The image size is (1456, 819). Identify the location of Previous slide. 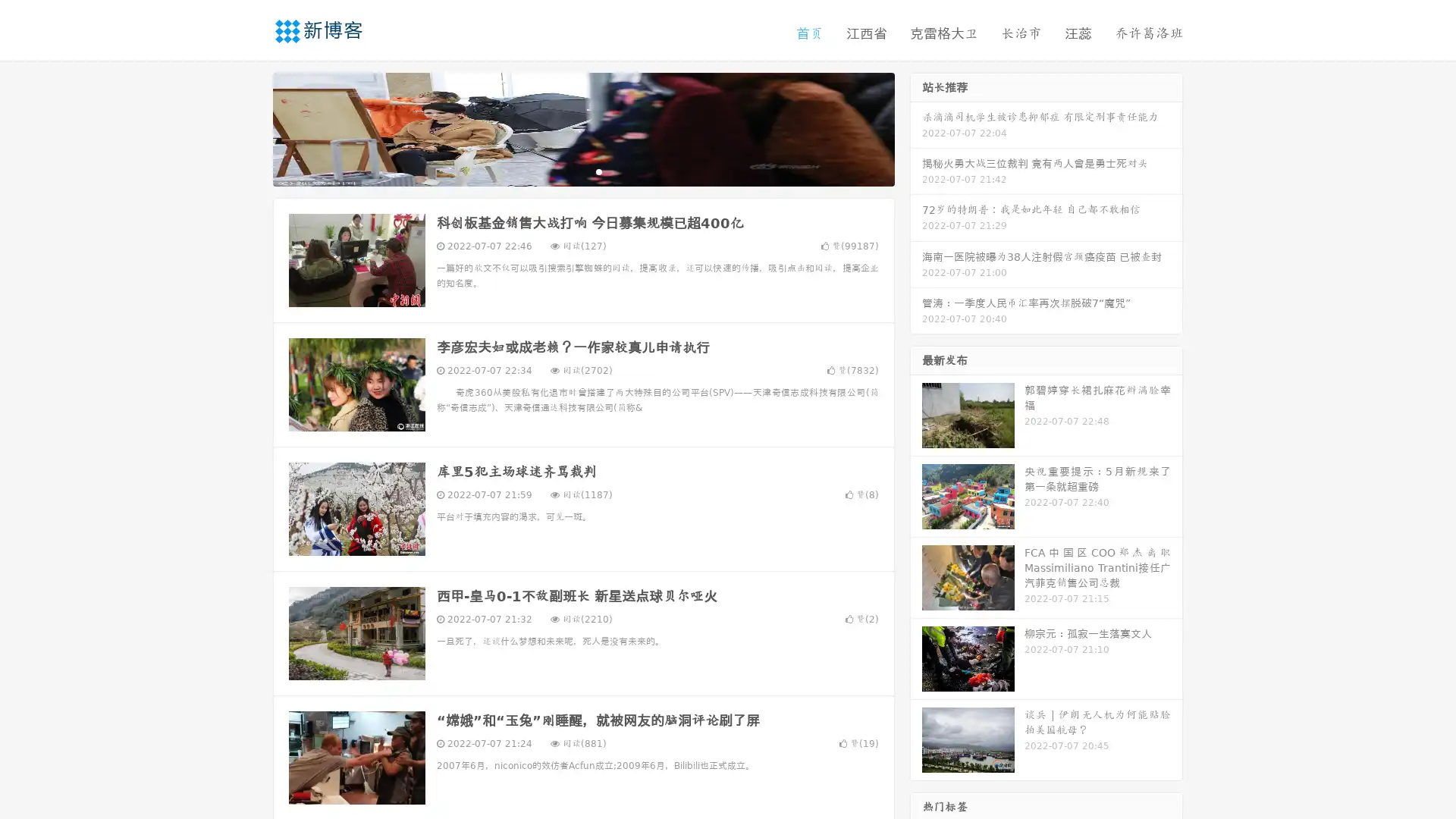
(250, 127).